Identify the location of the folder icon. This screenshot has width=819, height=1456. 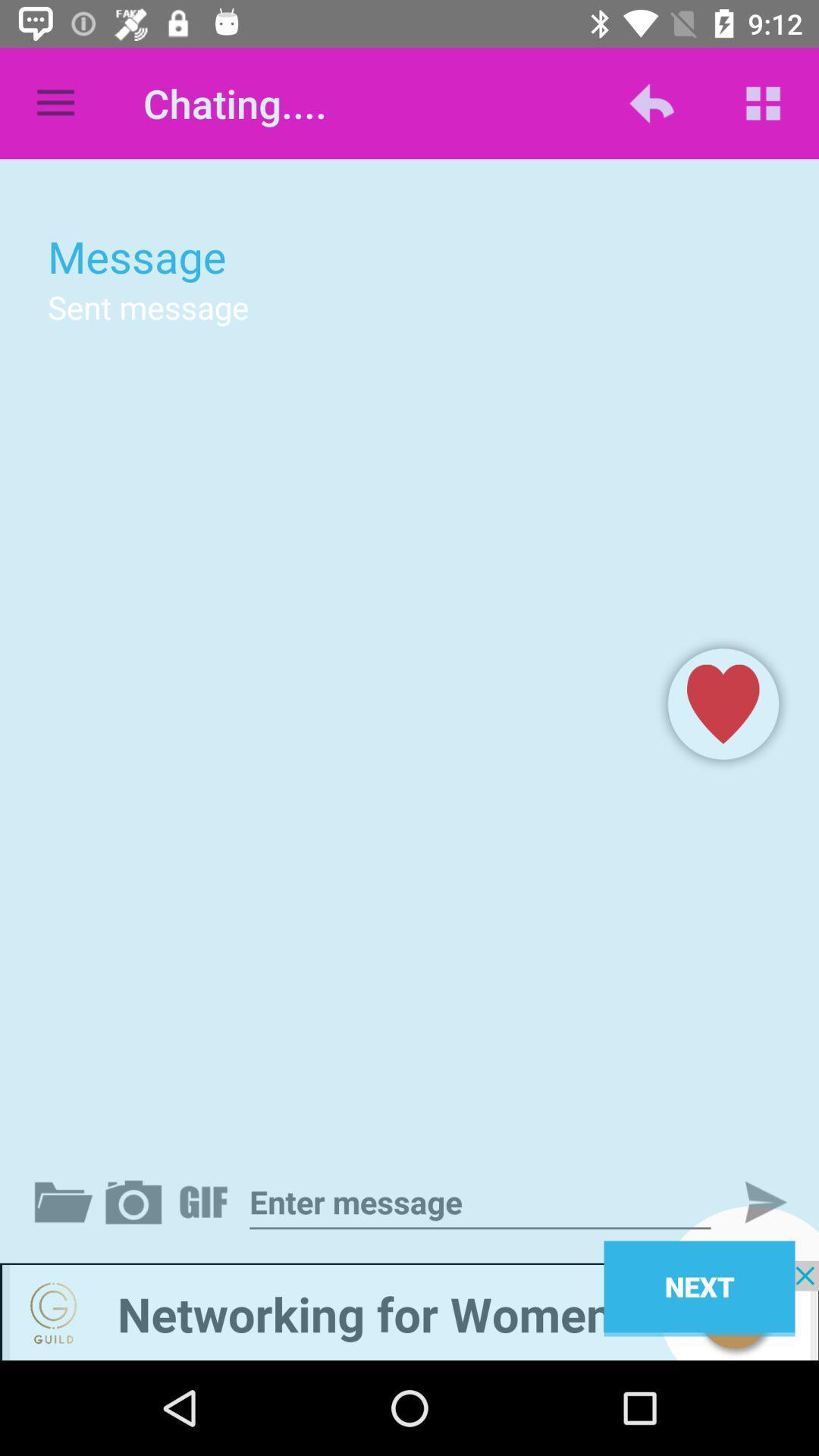
(66, 1201).